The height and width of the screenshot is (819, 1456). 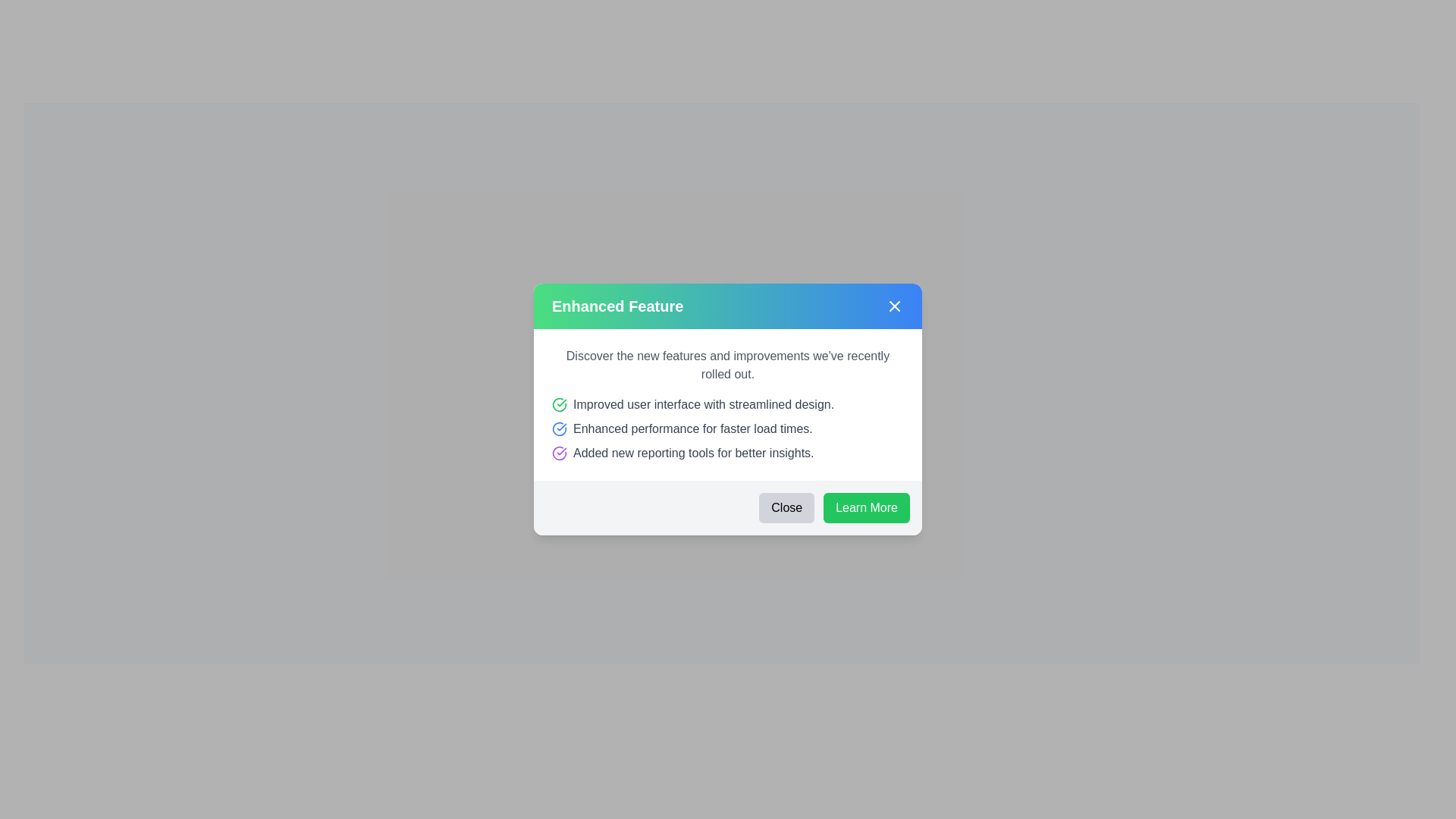 What do you see at coordinates (559, 452) in the screenshot?
I see `the circular icon with a purple border and a checkmark symbol, which indicates a completed item, located on the left side of the line item titled 'Added new reporting tools for better insights.'` at bounding box center [559, 452].